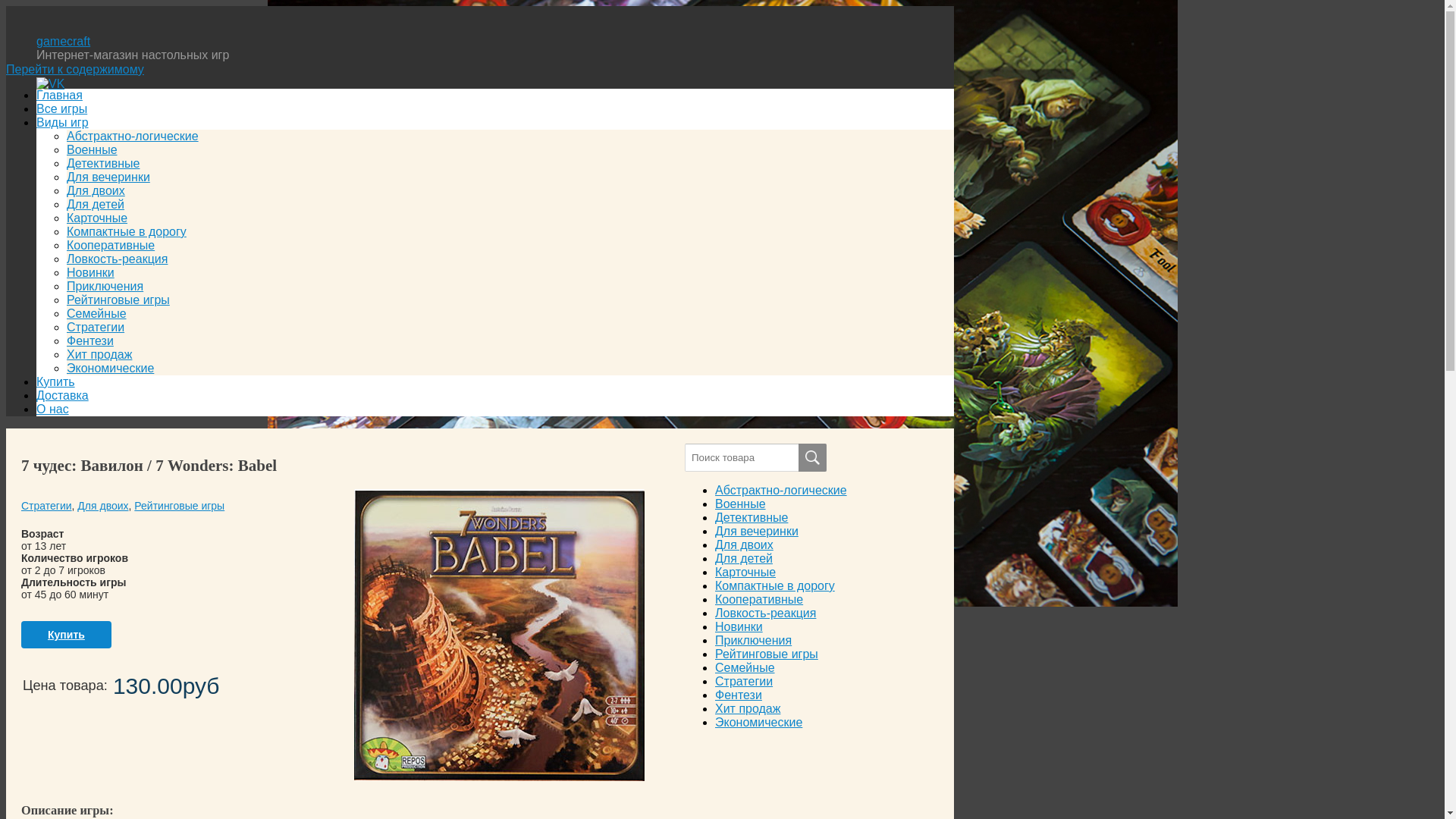 The height and width of the screenshot is (819, 1456). I want to click on 'gamecraft', so click(62, 40).